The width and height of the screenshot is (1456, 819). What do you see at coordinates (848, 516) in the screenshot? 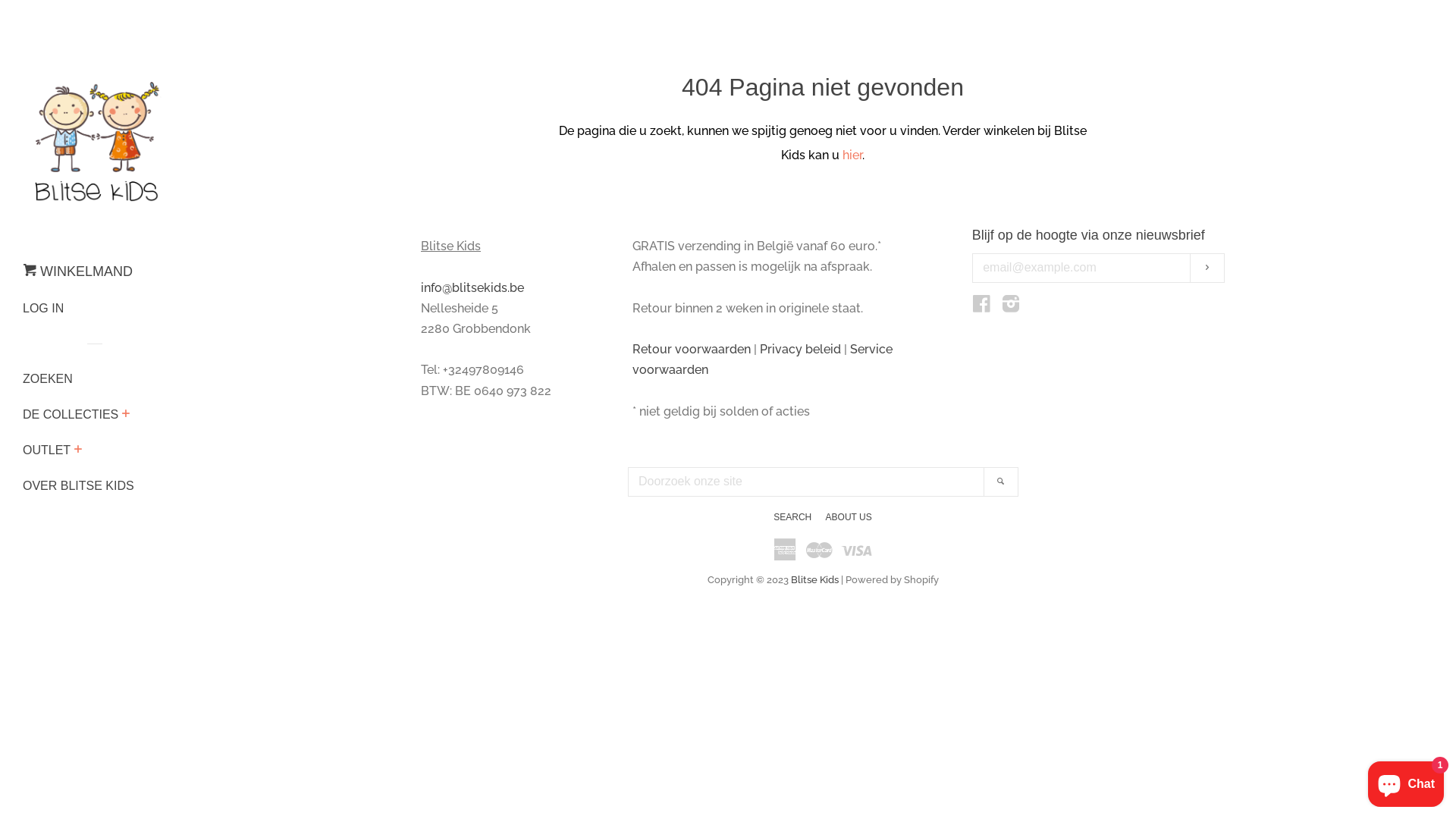
I see `'ABOUT US'` at bounding box center [848, 516].